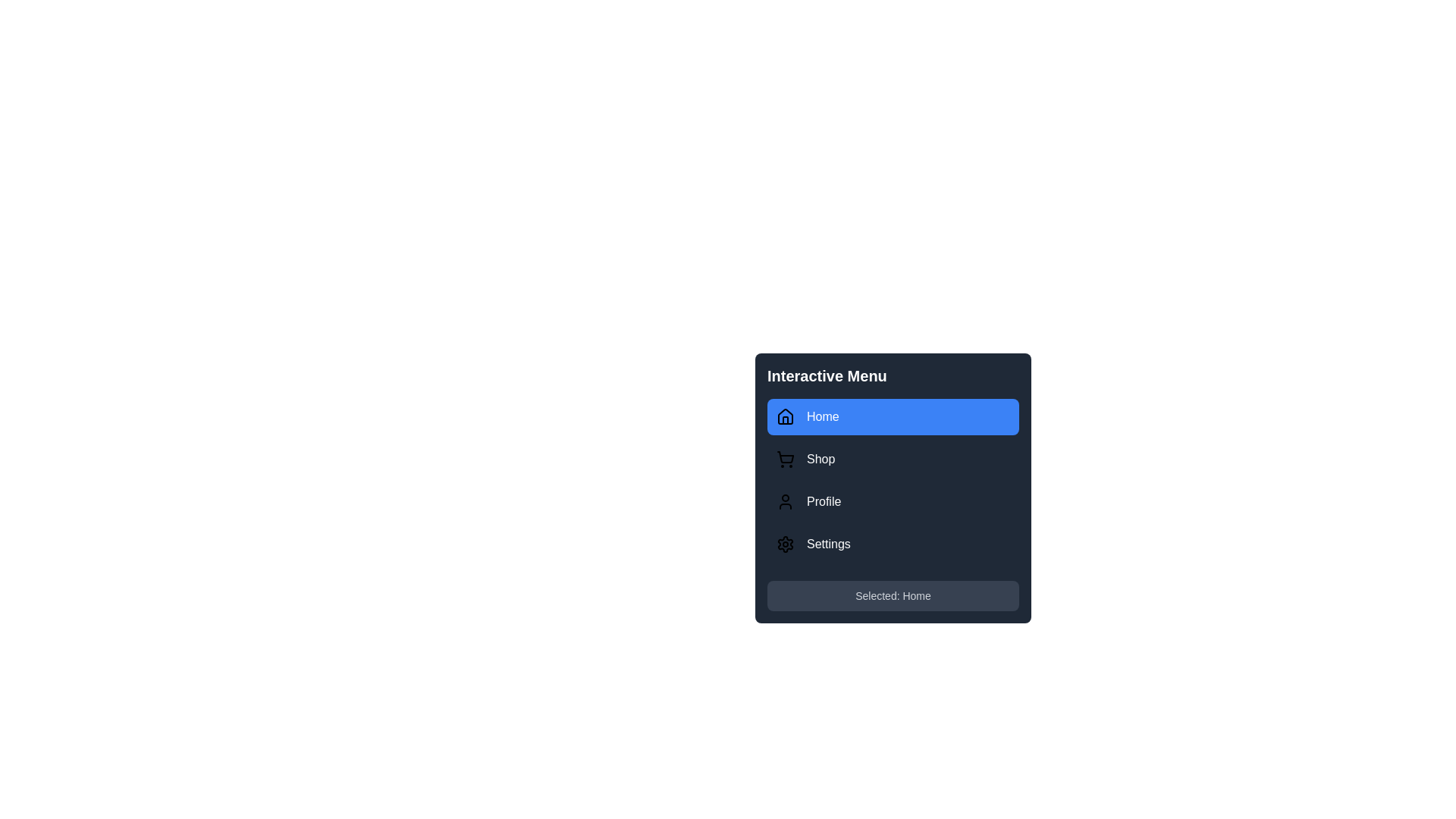  What do you see at coordinates (827, 543) in the screenshot?
I see `the 'Settings' text label menu item` at bounding box center [827, 543].